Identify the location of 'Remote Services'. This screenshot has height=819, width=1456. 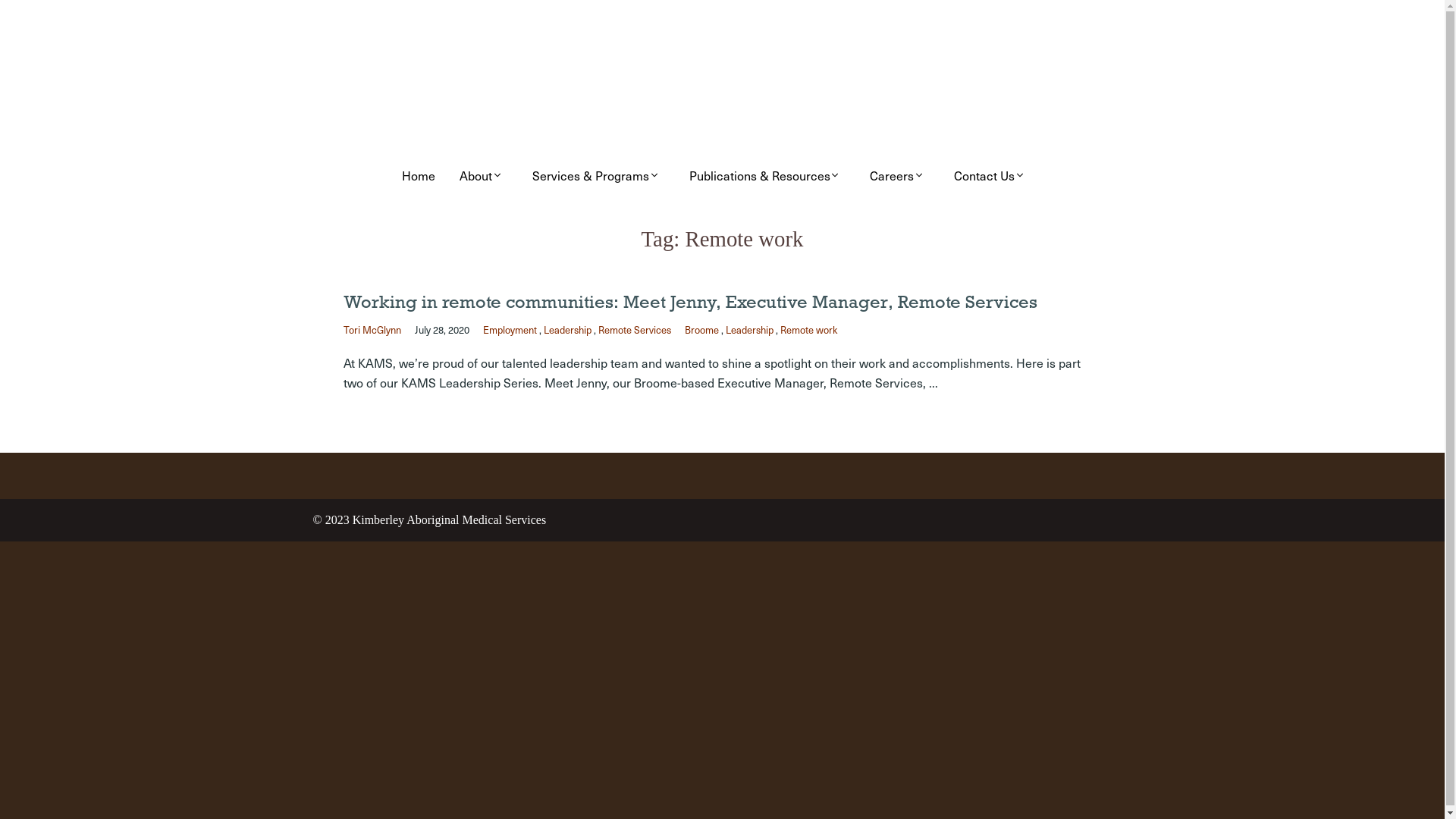
(633, 328).